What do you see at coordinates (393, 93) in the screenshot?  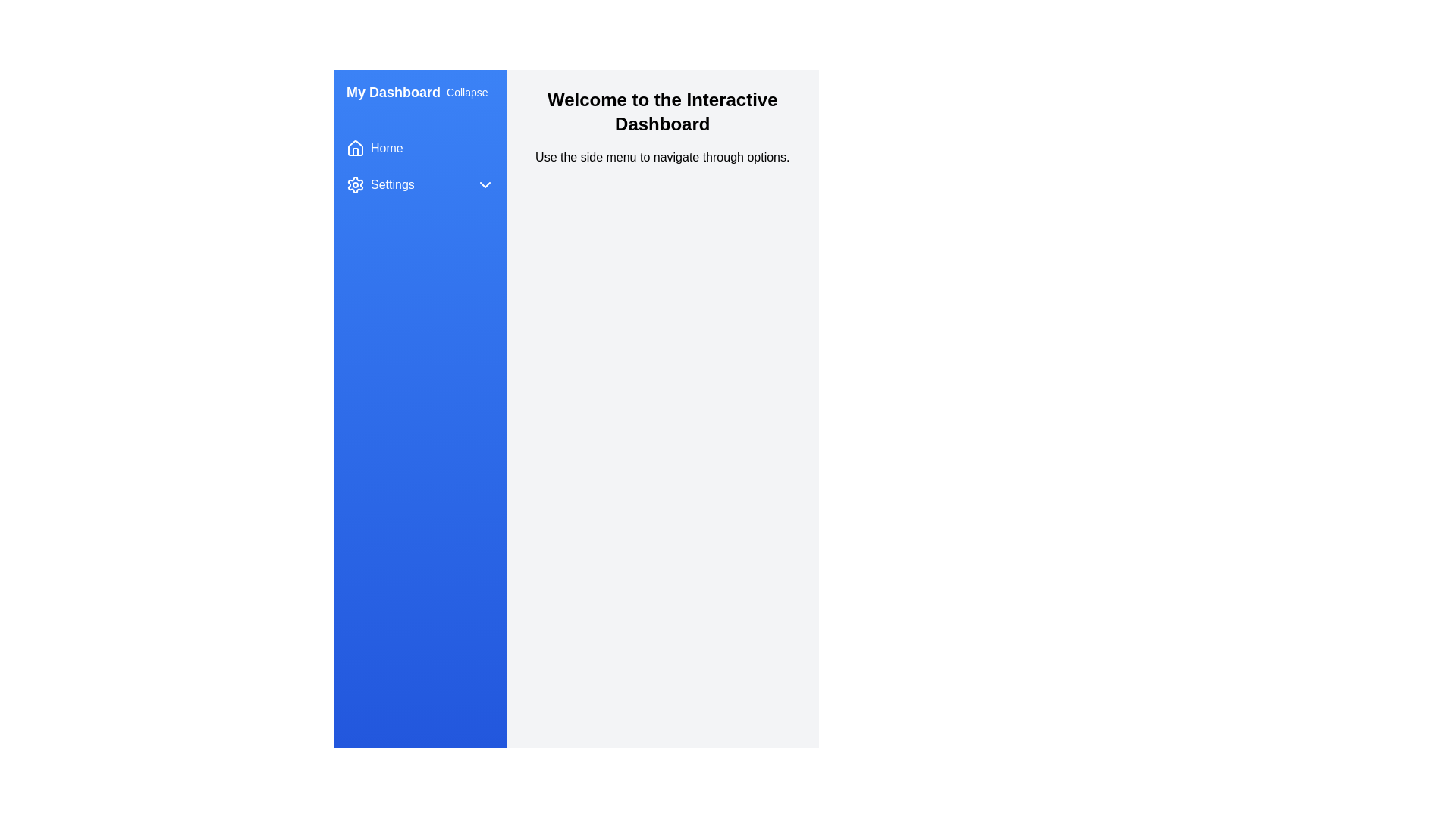 I see `the text label 'My Dashboard' which is styled in bold and large font, located in the top left corner of the interface inside the left sidebar` at bounding box center [393, 93].